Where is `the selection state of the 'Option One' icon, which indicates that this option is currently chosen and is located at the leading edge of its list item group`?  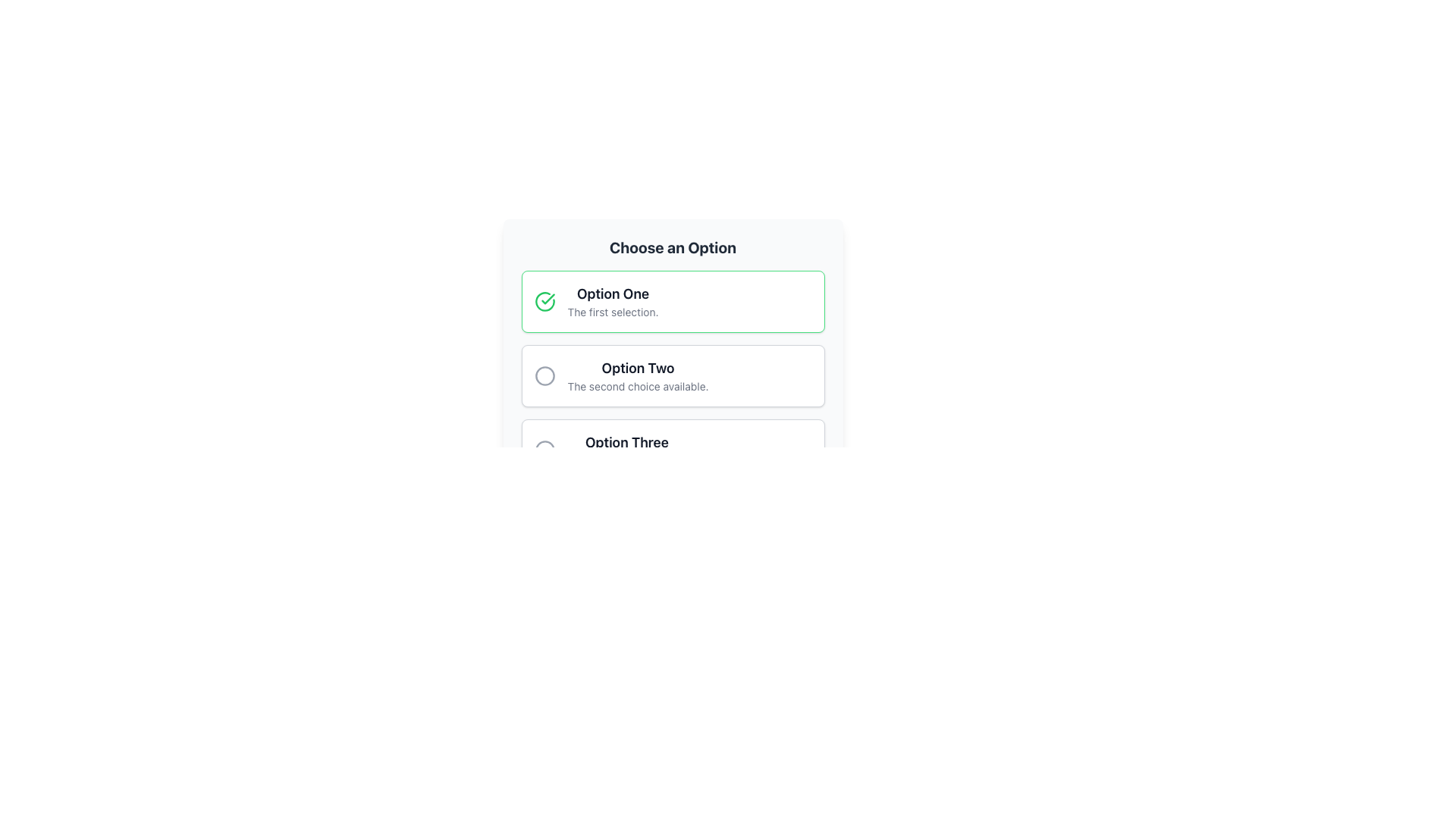 the selection state of the 'Option One' icon, which indicates that this option is currently chosen and is located at the leading edge of its list item group is located at coordinates (544, 301).